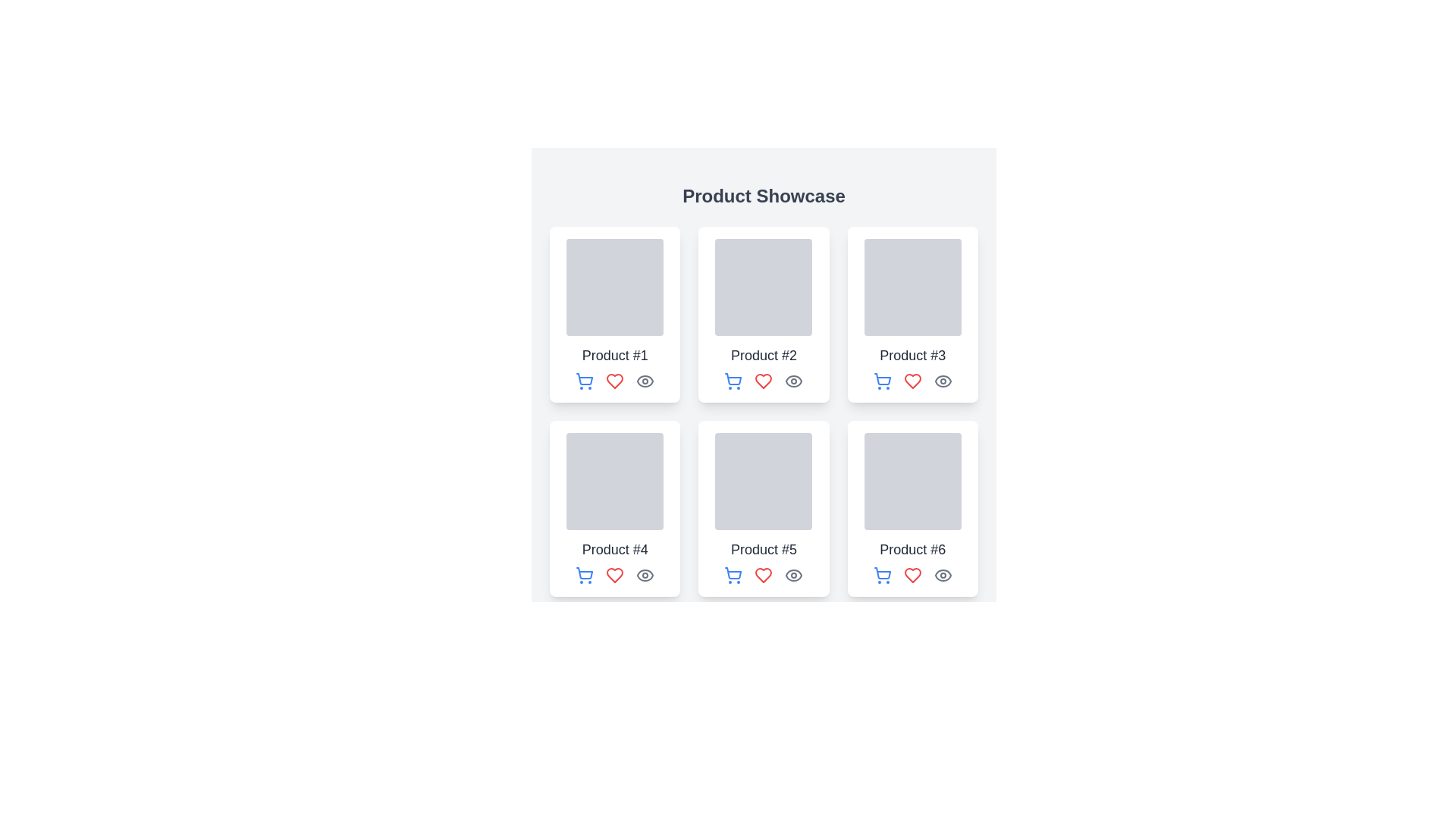 Image resolution: width=1456 pixels, height=819 pixels. Describe the element at coordinates (942, 380) in the screenshot. I see `the elliptical eye icon element representing visibility options located to the right of the Add to Favorites icon in the action row for the 'Product #3' card` at that location.